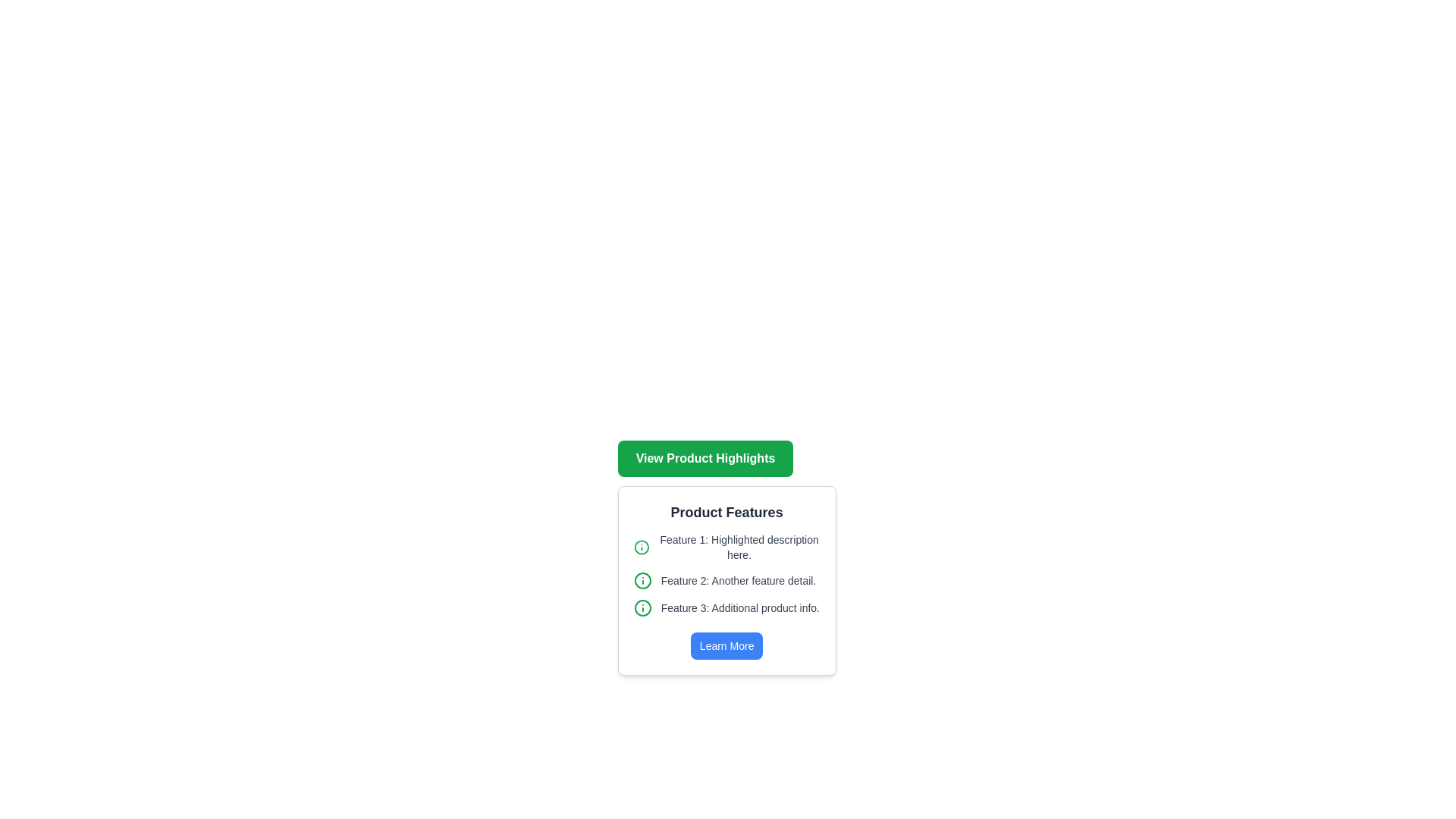 The height and width of the screenshot is (819, 1456). What do you see at coordinates (642, 547) in the screenshot?
I see `the green circular icon with an exclamation mark located next to the text 'Feature 1: Highlighted description here.'` at bounding box center [642, 547].